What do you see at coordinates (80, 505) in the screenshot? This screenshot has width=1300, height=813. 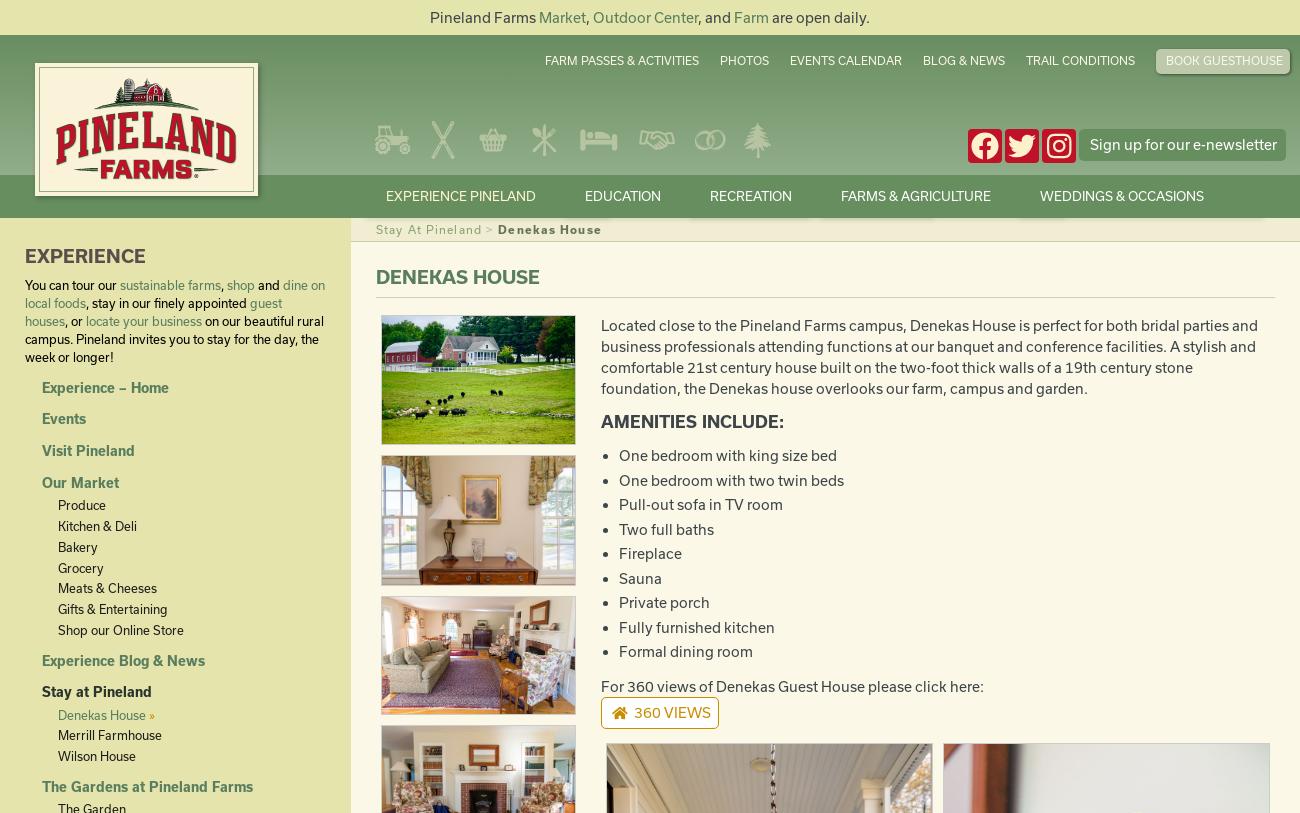 I see `'Produce'` at bounding box center [80, 505].